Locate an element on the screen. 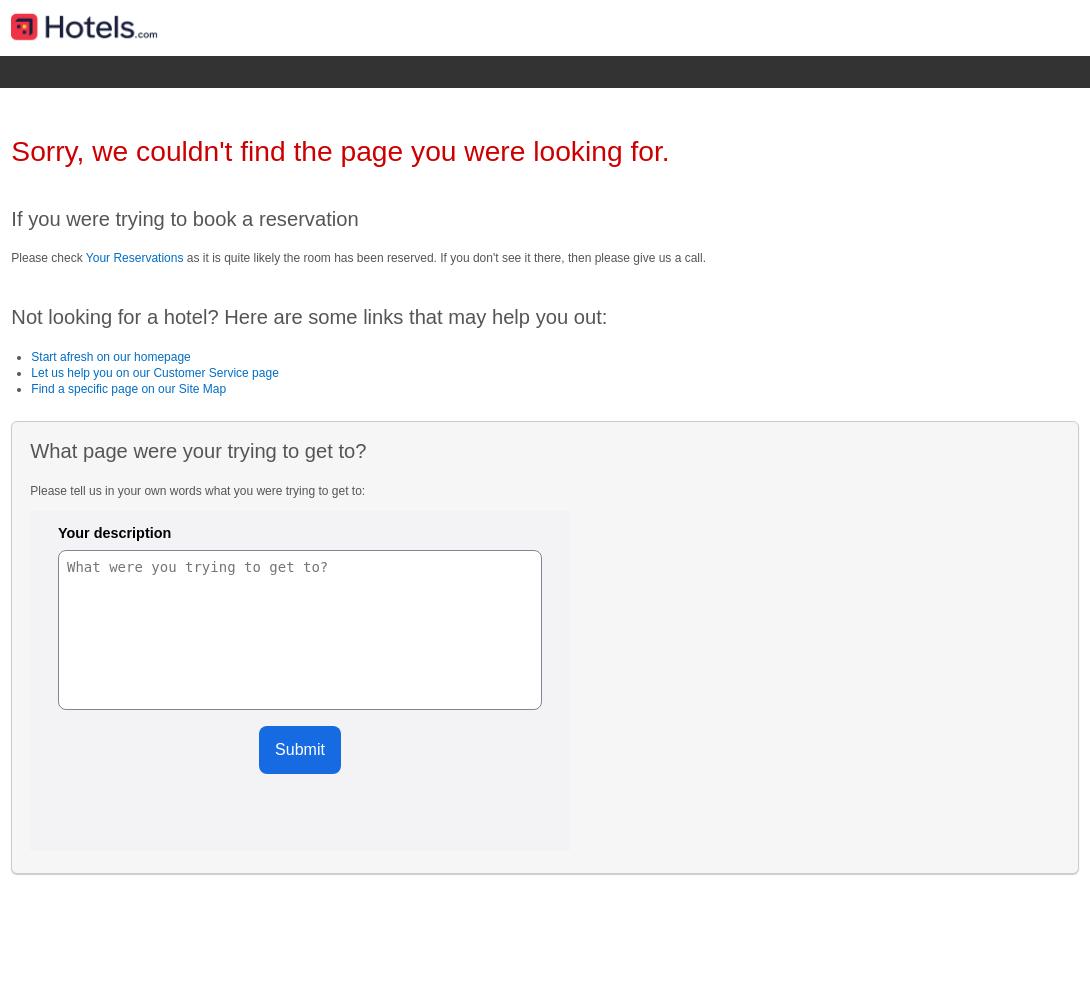 This screenshot has width=1090, height=1000. 'Please check' is located at coordinates (47, 257).